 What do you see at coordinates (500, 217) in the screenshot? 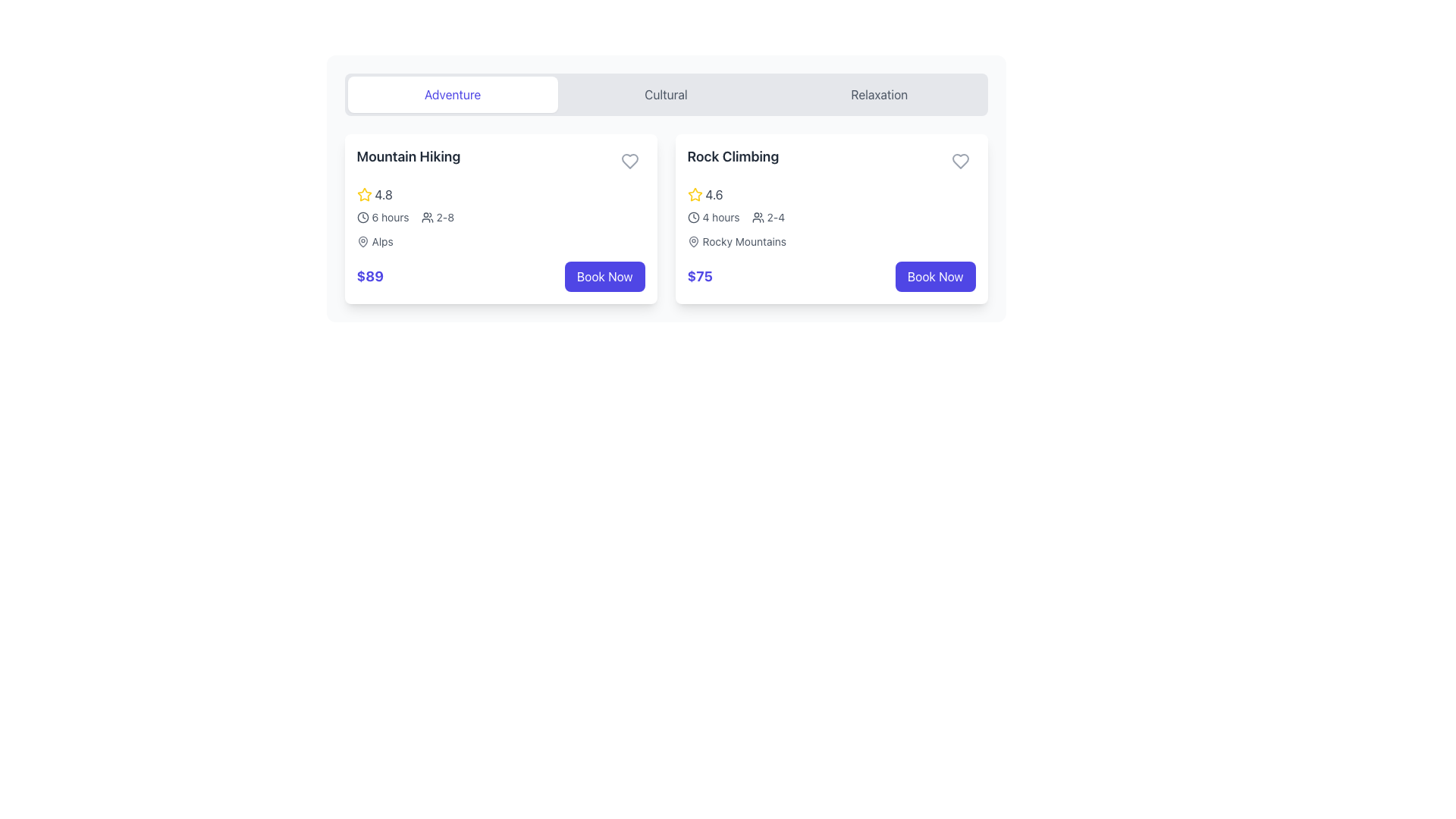
I see `the static information display for the 'Mountain Hiking' activity, which shows the duration '6 hours' and participant count '2-8'` at bounding box center [500, 217].